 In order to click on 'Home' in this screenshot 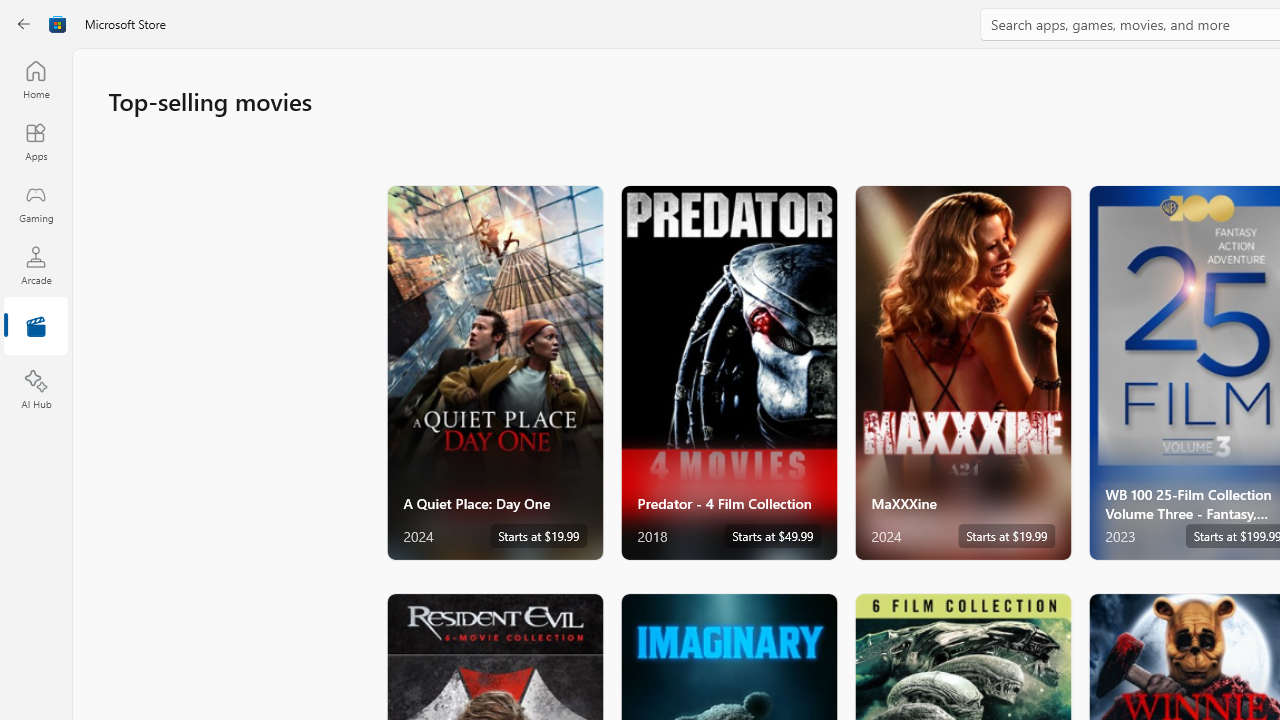, I will do `click(35, 78)`.